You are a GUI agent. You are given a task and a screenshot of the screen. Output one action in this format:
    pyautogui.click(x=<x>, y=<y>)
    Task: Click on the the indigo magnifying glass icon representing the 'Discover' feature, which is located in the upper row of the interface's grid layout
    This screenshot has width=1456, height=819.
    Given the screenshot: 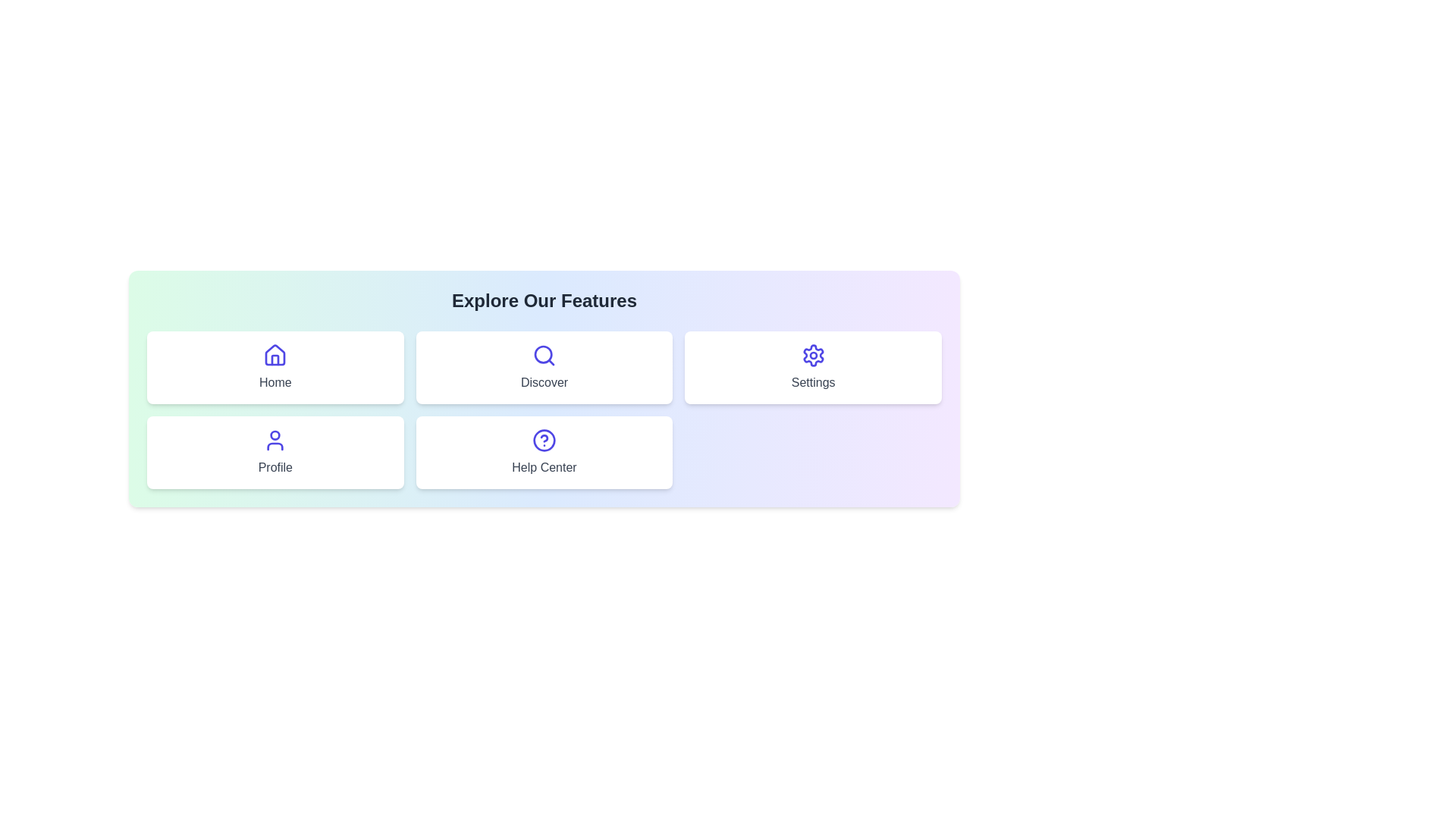 What is the action you would take?
    pyautogui.click(x=544, y=356)
    